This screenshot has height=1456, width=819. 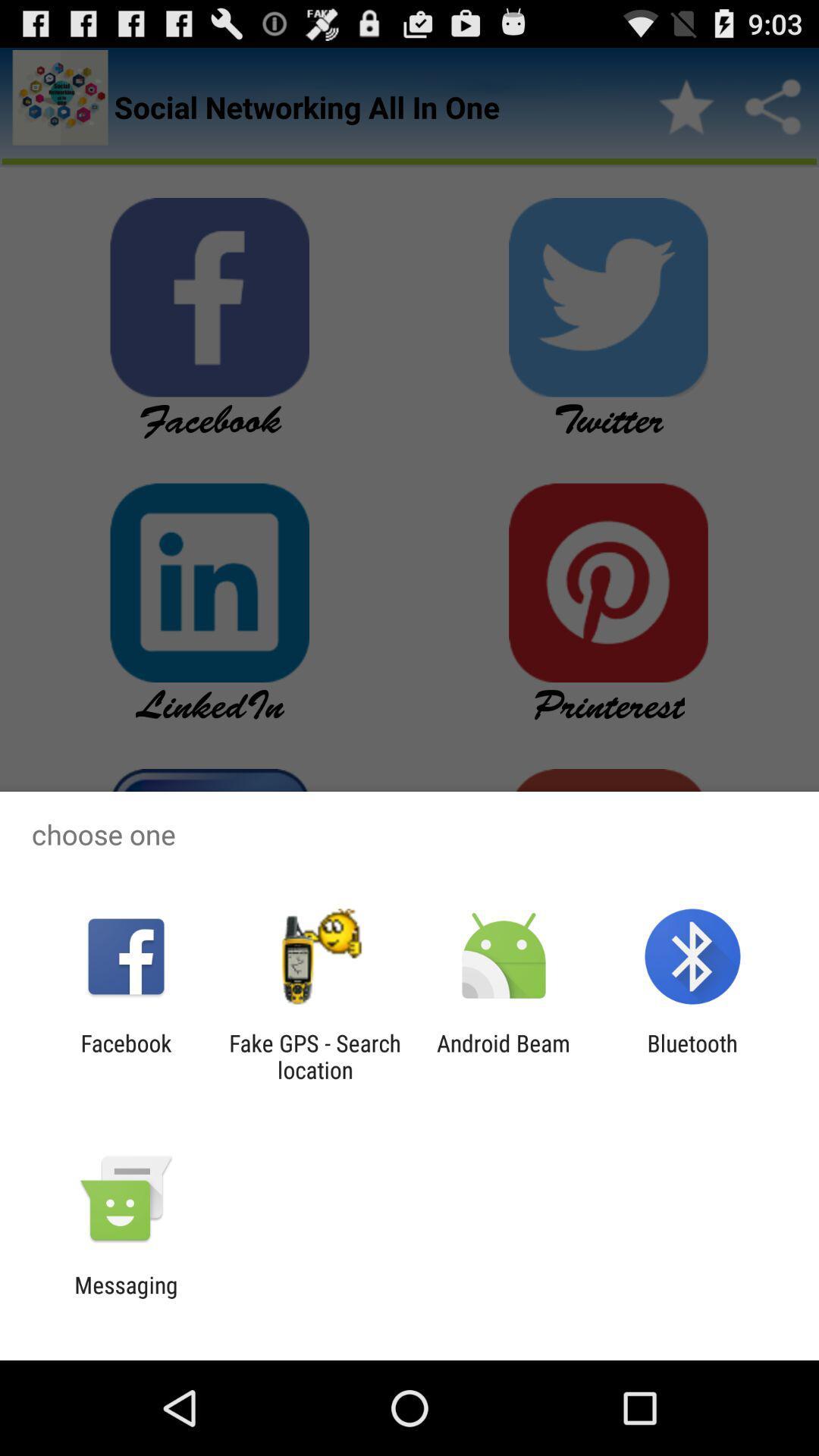 I want to click on the icon to the right of fake gps search app, so click(x=504, y=1056).